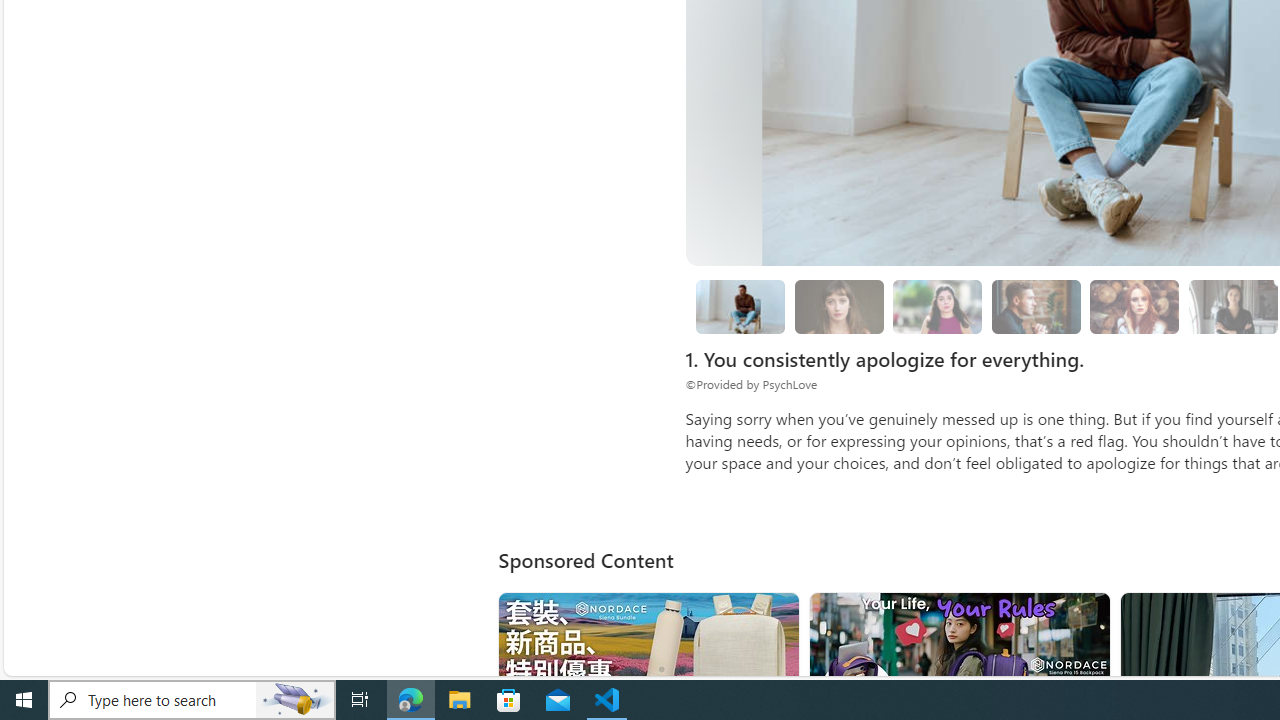  I want to click on '4. You can name and understand your feelings.', so click(937, 307).